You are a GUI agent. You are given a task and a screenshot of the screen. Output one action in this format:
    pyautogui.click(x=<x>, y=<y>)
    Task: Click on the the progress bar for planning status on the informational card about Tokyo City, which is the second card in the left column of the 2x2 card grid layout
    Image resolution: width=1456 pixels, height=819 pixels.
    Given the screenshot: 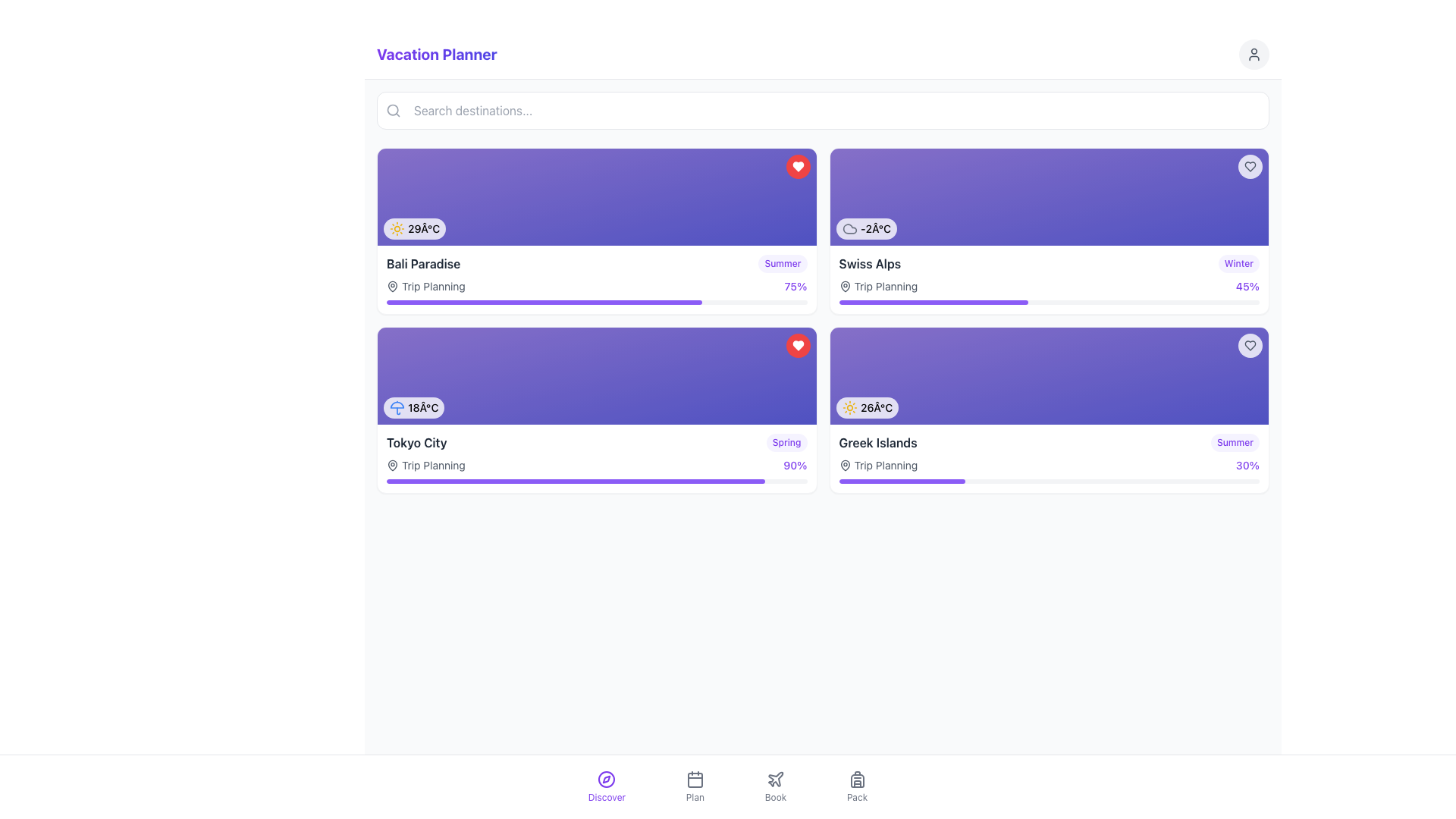 What is the action you would take?
    pyautogui.click(x=596, y=409)
    